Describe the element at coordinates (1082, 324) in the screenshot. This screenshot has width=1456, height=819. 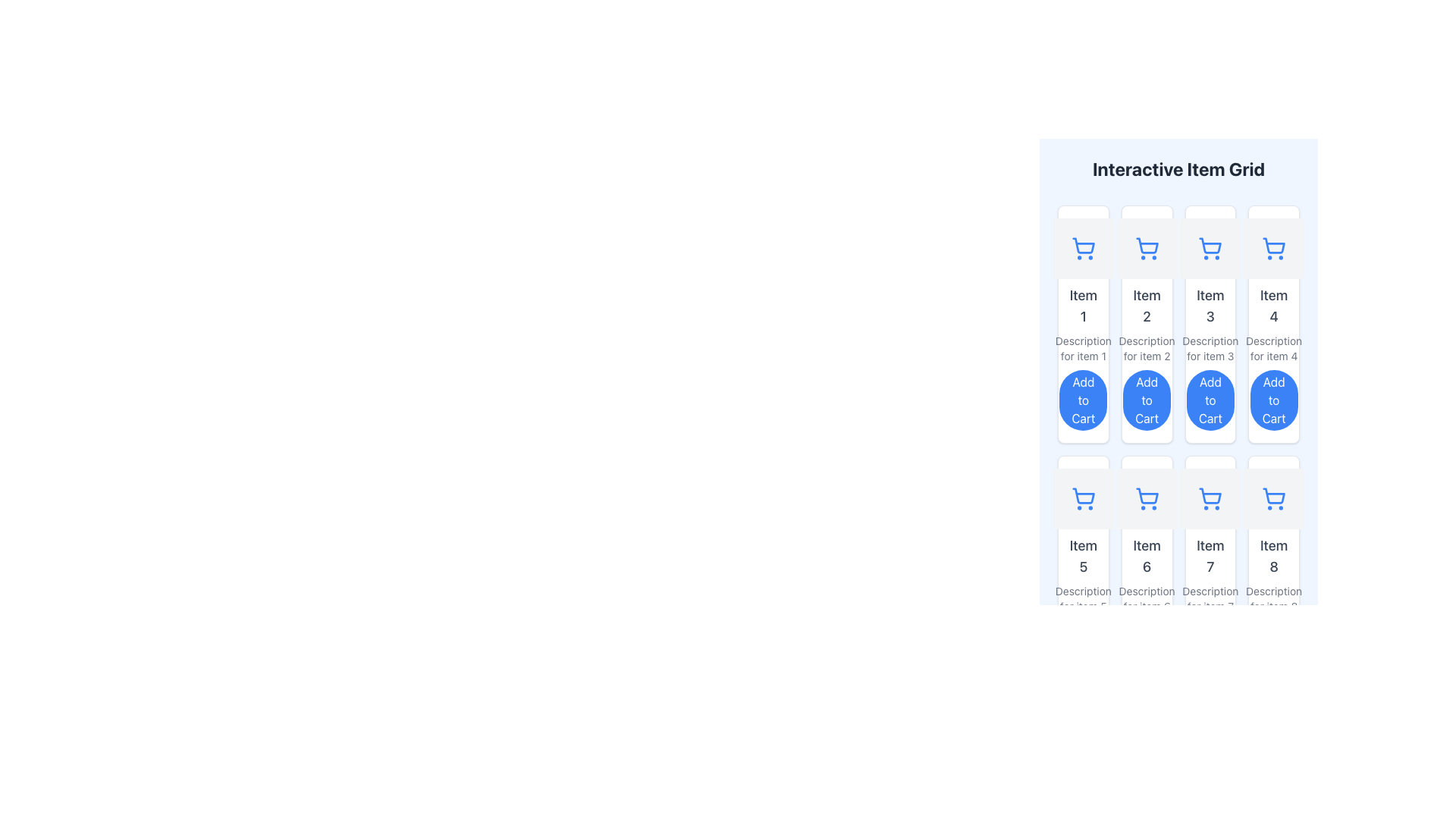
I see `item details presented on the Product card labeled 'Item 1', including the title and description, which is located in the top-left corner of the grid layout` at that location.